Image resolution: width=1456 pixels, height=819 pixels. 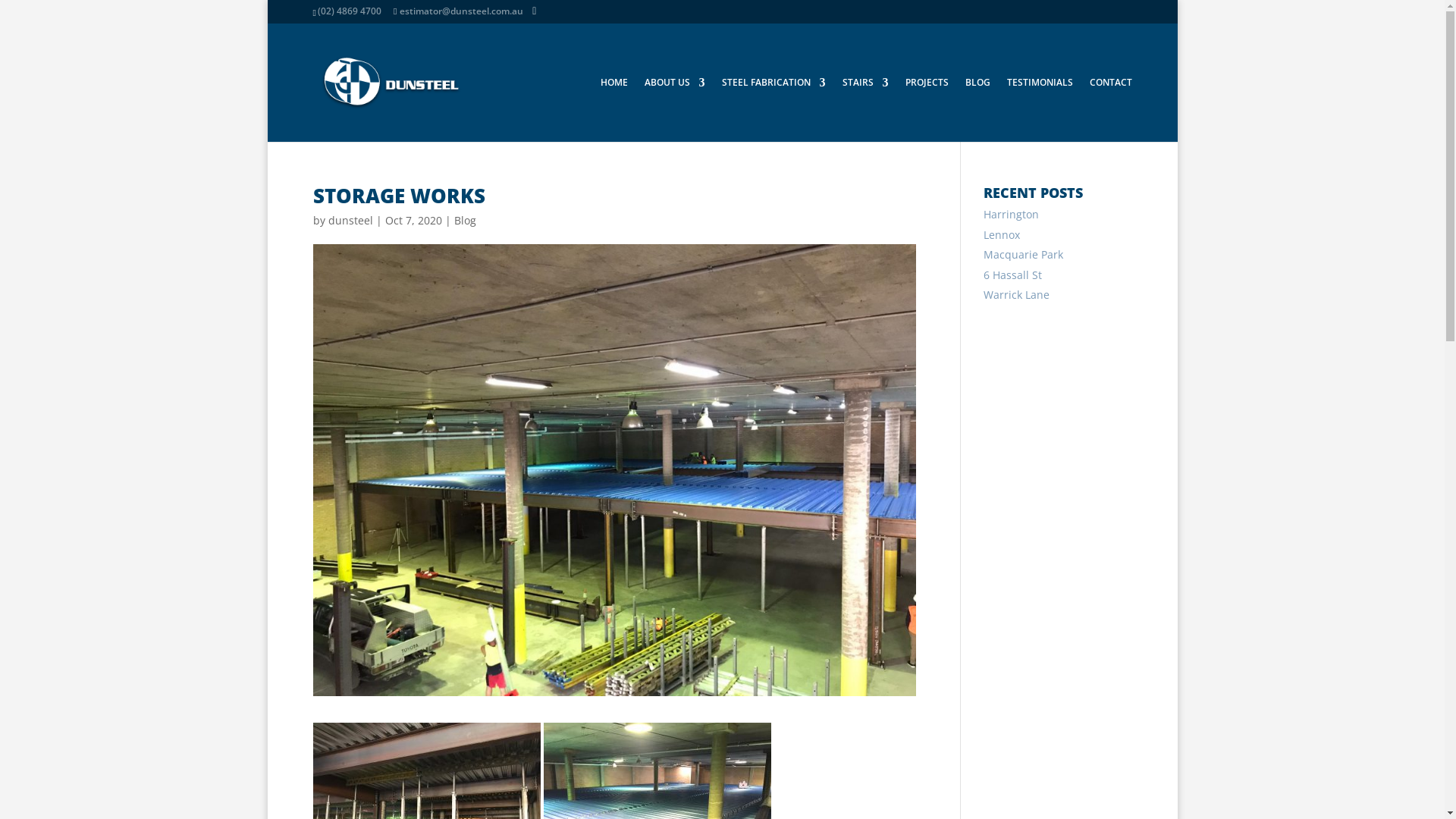 What do you see at coordinates (1023, 253) in the screenshot?
I see `'Macquarie Park'` at bounding box center [1023, 253].